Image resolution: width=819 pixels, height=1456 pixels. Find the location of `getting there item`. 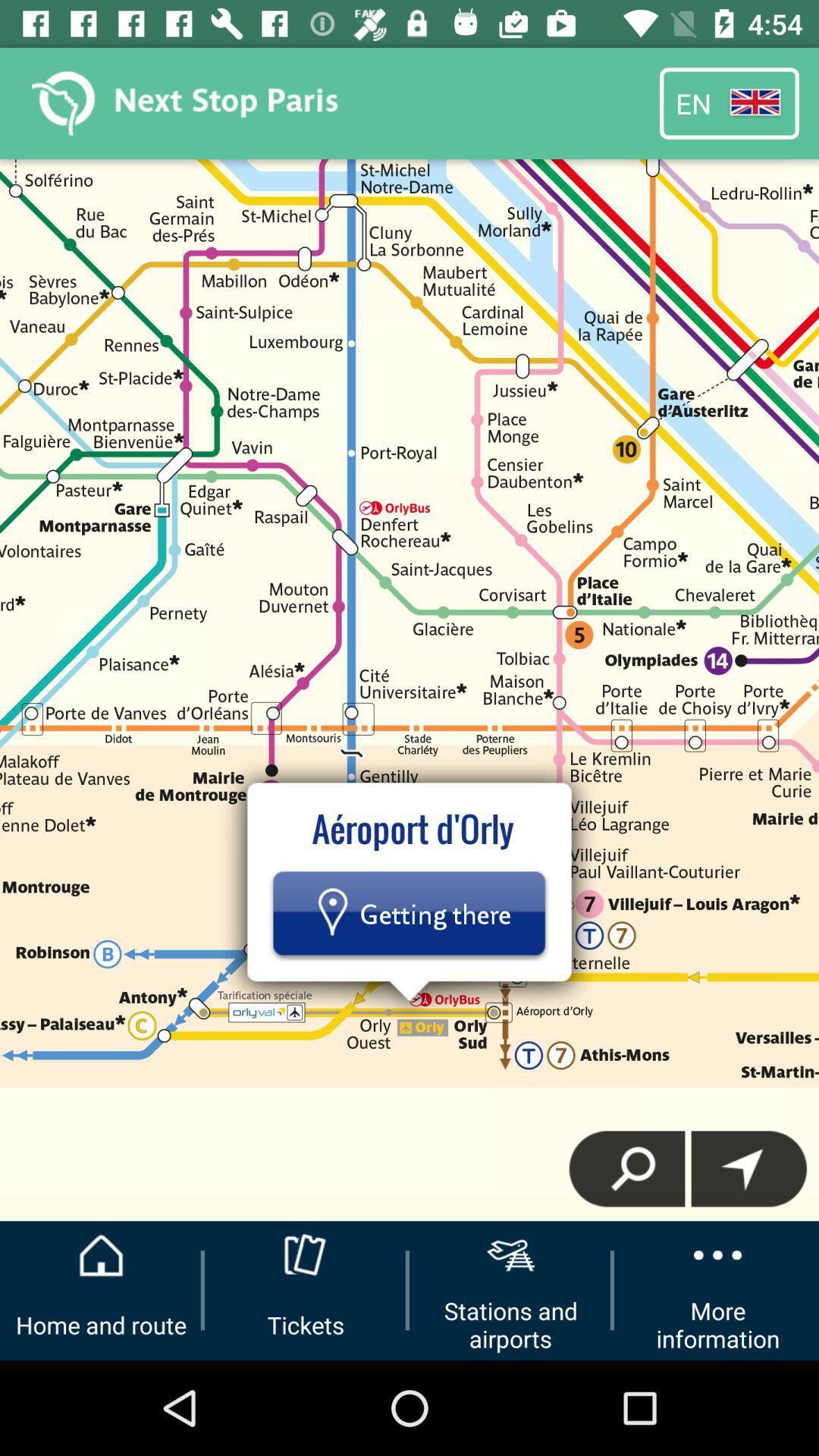

getting there item is located at coordinates (408, 912).